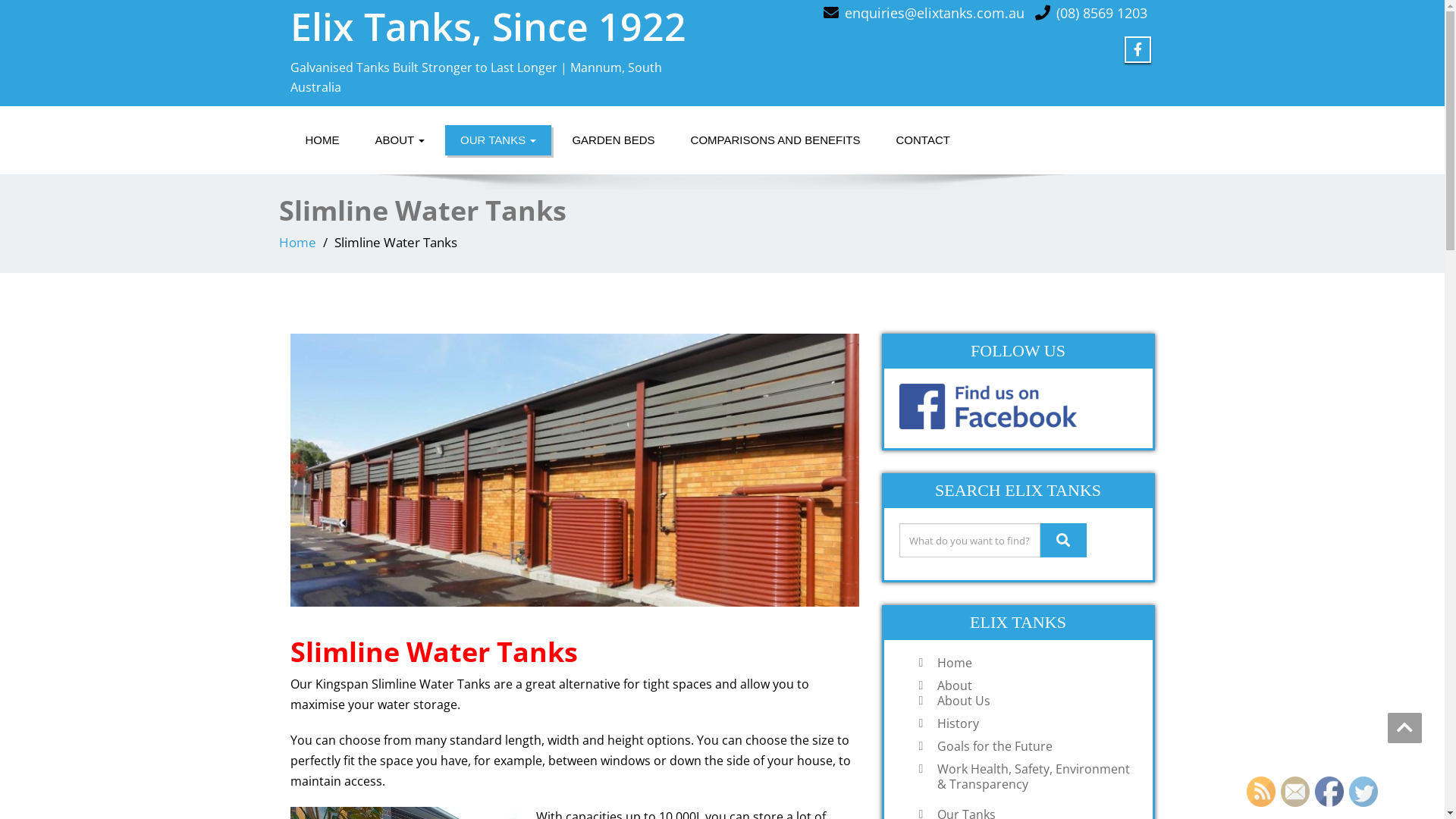 The width and height of the screenshot is (1456, 819). Describe the element at coordinates (843, 12) in the screenshot. I see `'enquiries@elixtanks.com.au'` at that location.